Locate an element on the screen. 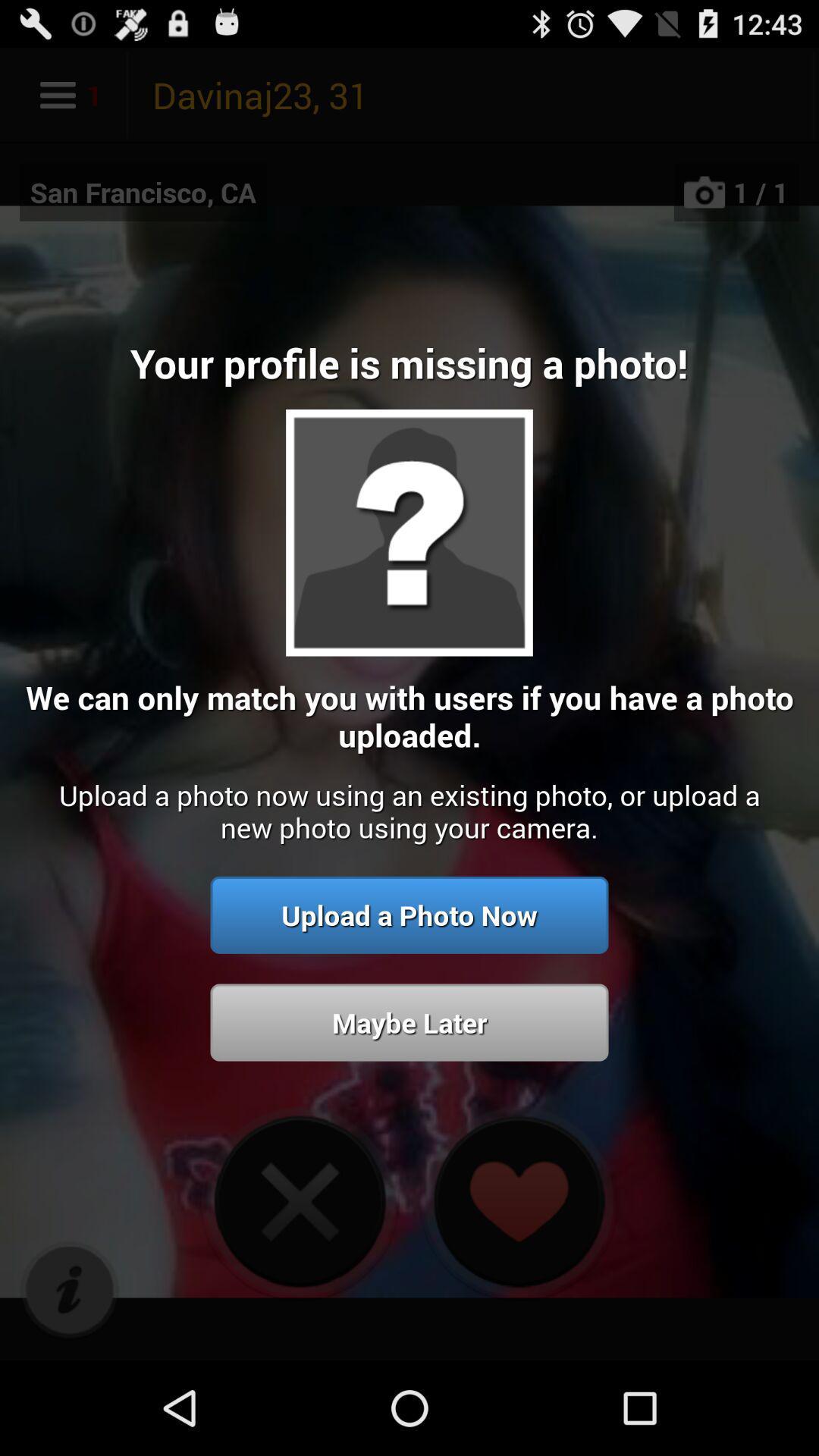 Image resolution: width=819 pixels, height=1456 pixels. the maybe later button is located at coordinates (409, 1022).